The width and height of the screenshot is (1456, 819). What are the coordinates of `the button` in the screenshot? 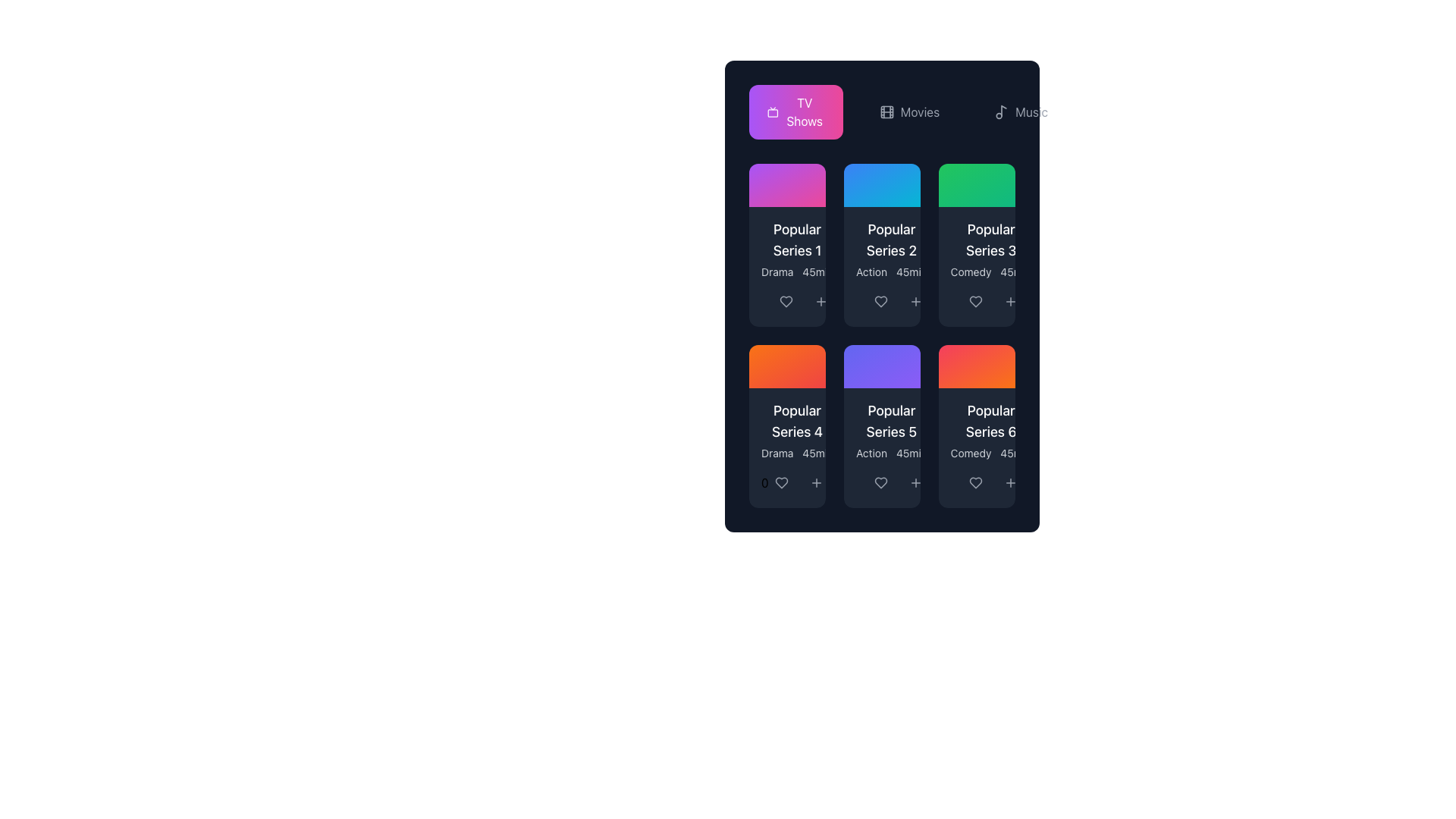 It's located at (1011, 301).